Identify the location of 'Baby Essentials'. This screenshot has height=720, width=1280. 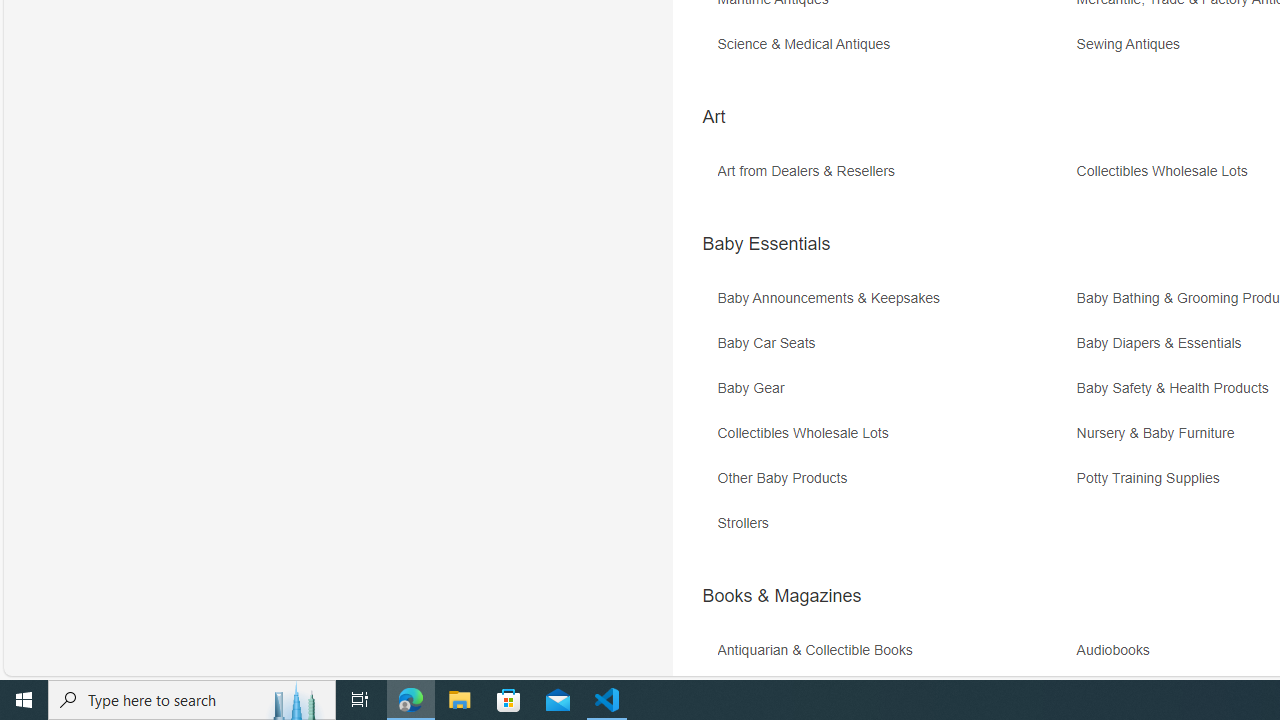
(765, 243).